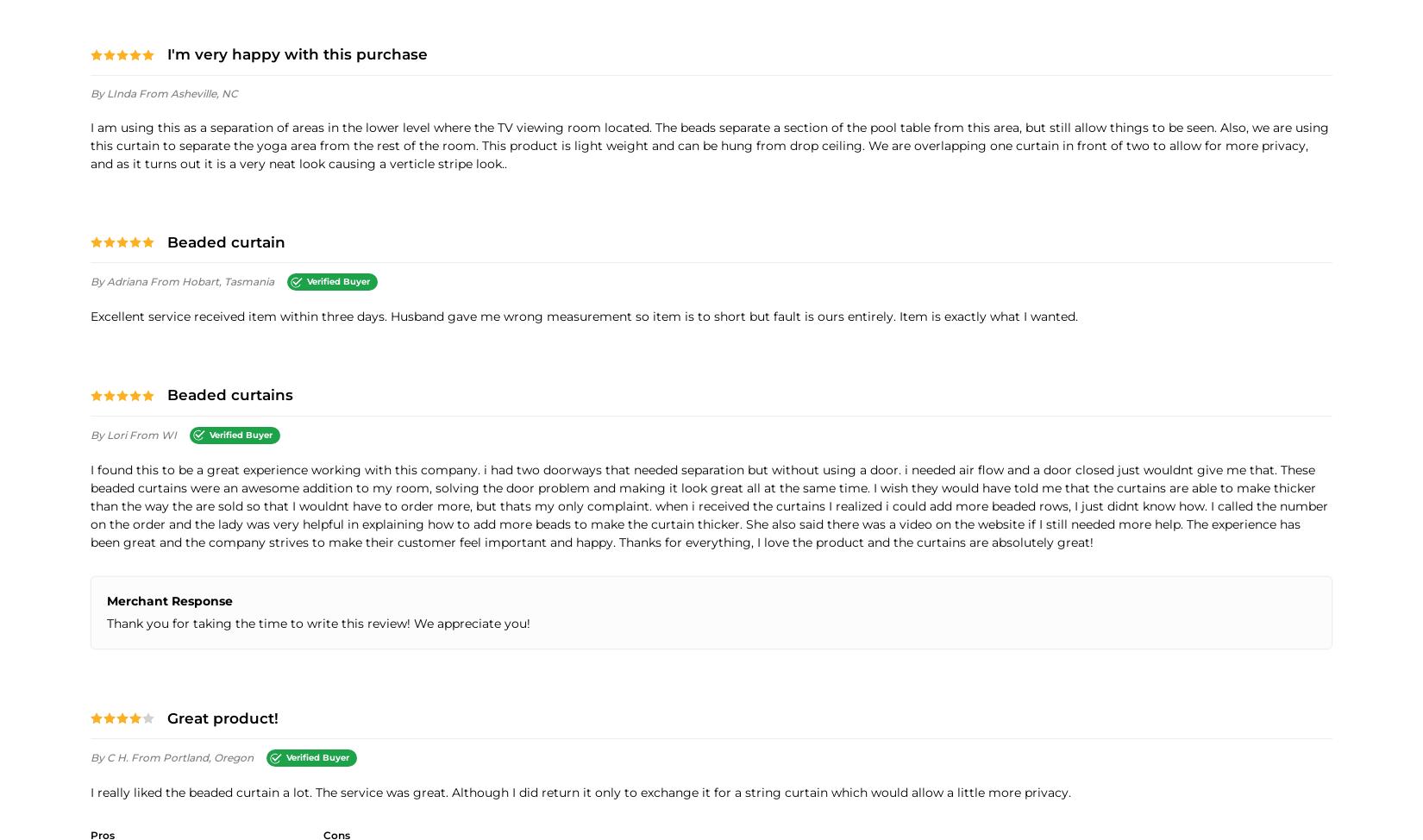  Describe the element at coordinates (153, 434) in the screenshot. I see `'from WI'` at that location.